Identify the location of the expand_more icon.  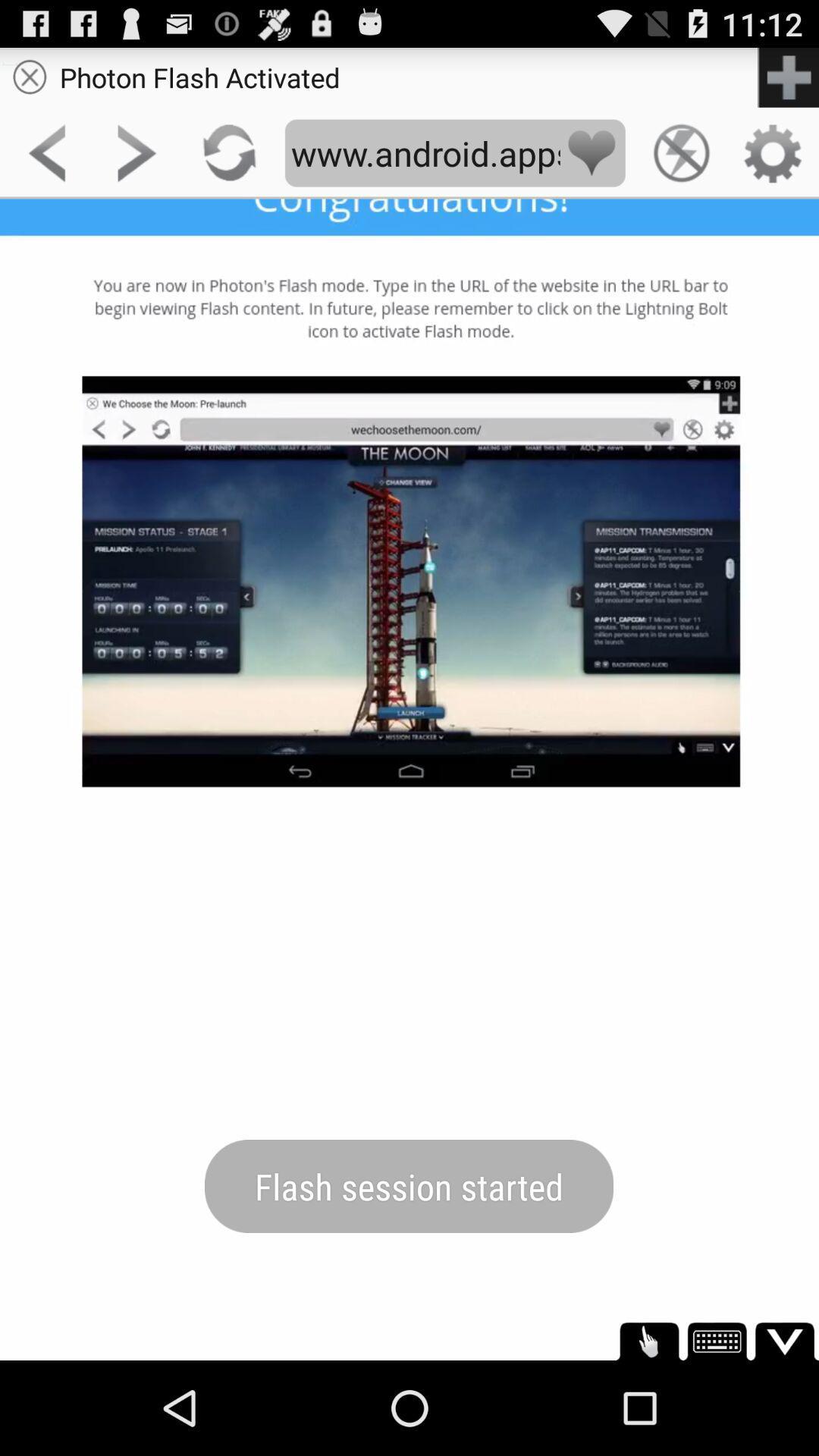
(785, 1426).